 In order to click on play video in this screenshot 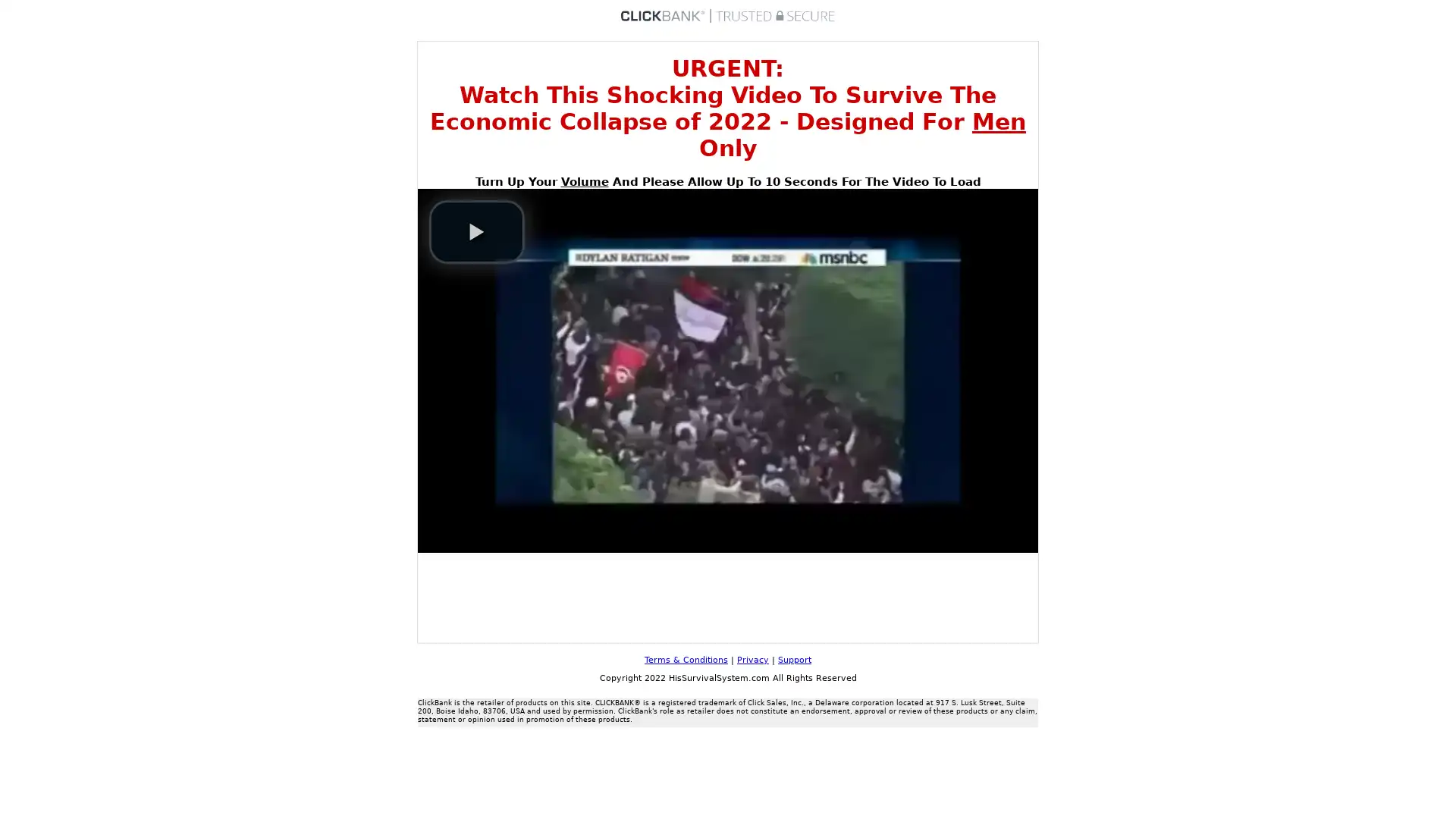, I will do `click(475, 231)`.